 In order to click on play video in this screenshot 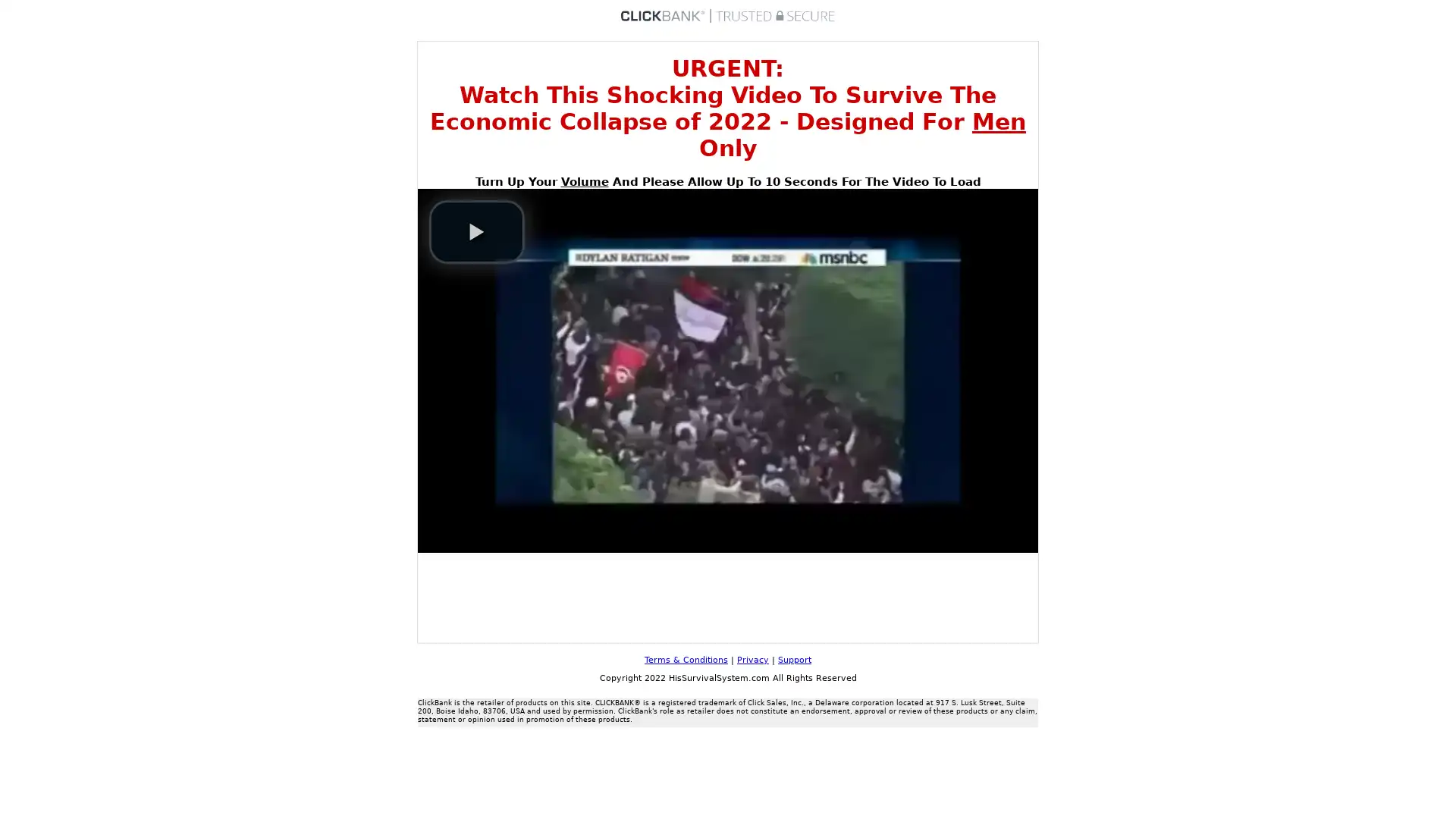, I will do `click(475, 231)`.